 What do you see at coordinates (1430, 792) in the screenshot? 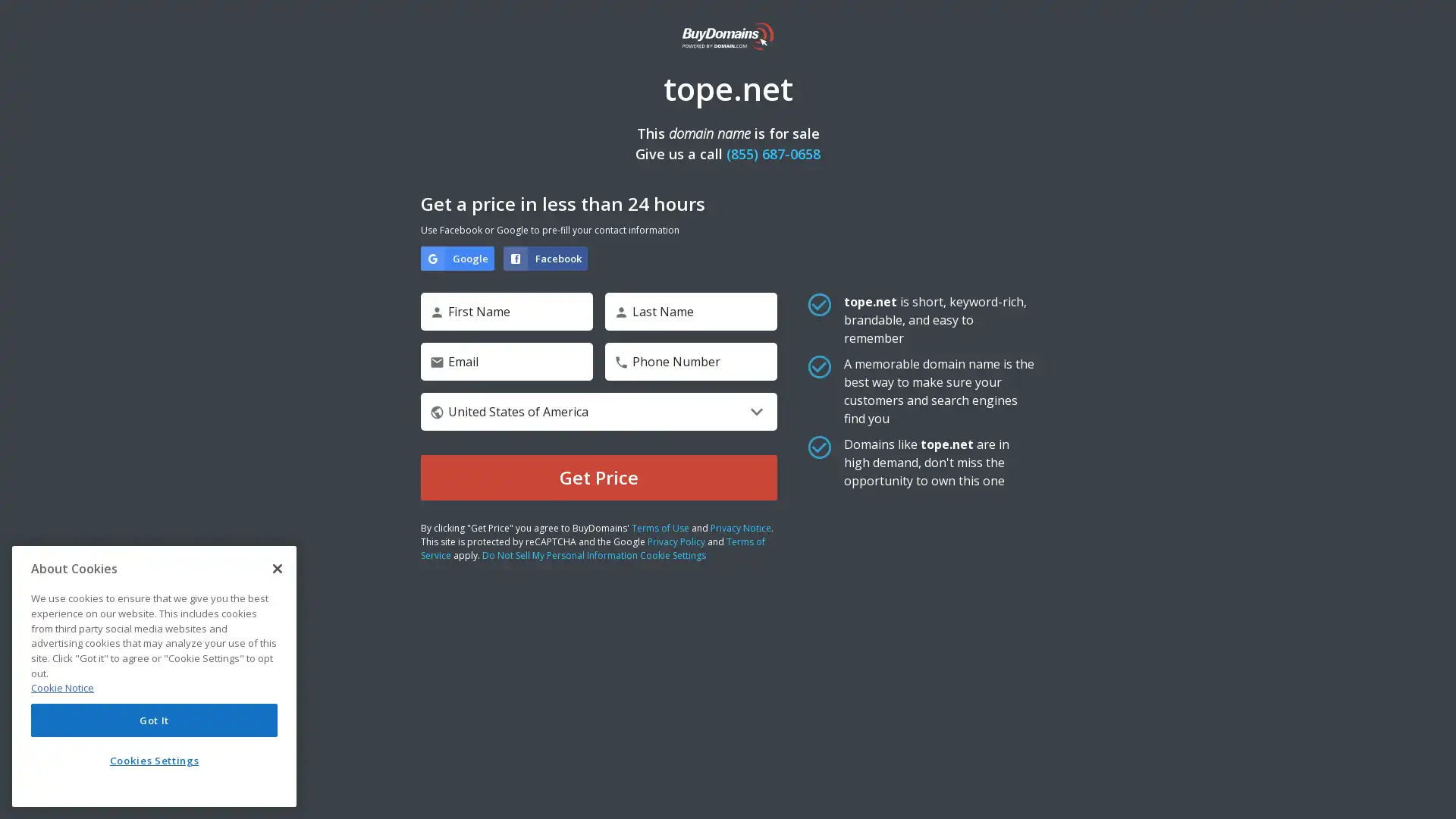
I see `Explore your accessibility options` at bounding box center [1430, 792].